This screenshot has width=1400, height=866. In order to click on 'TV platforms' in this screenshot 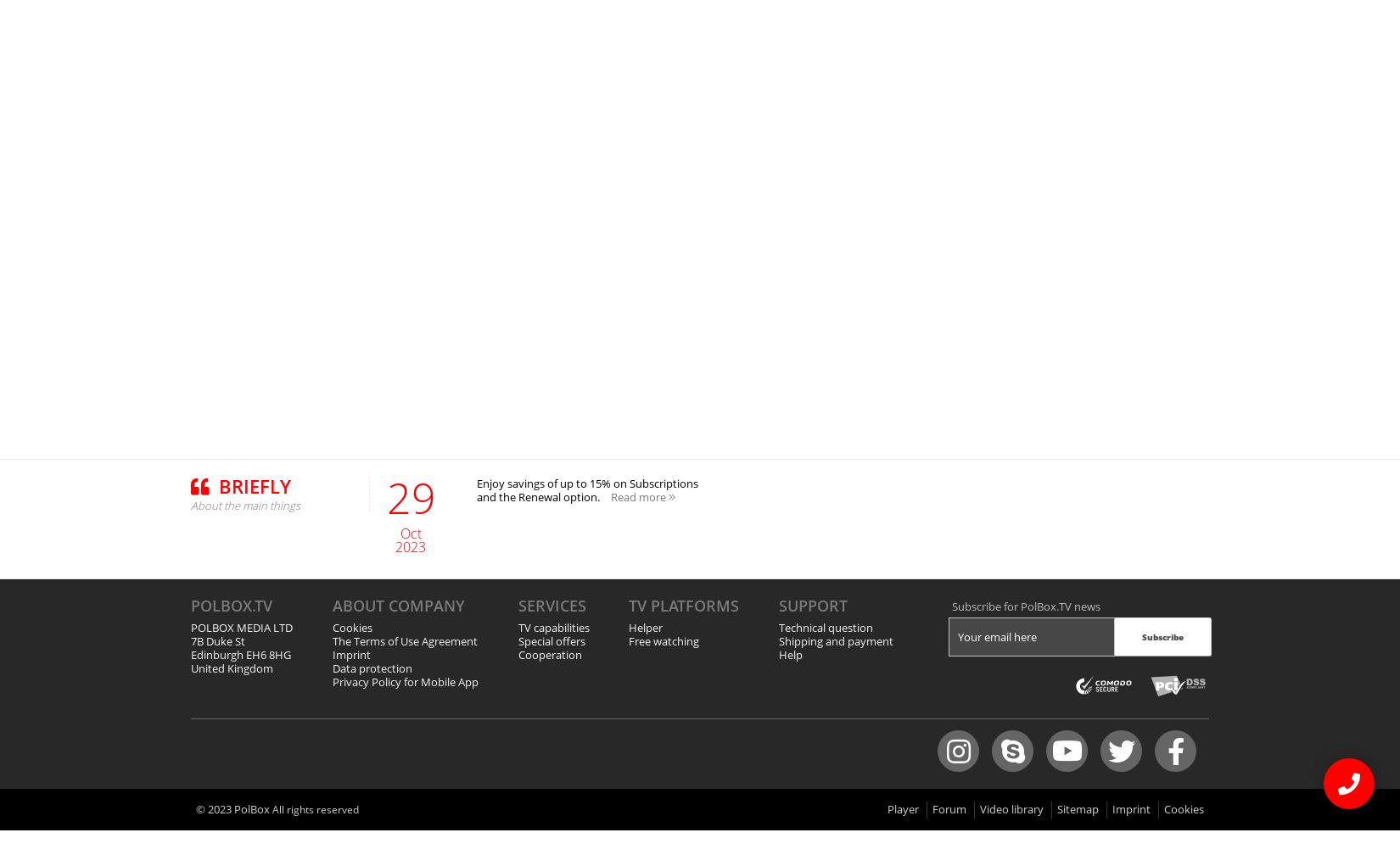, I will do `click(683, 604)`.